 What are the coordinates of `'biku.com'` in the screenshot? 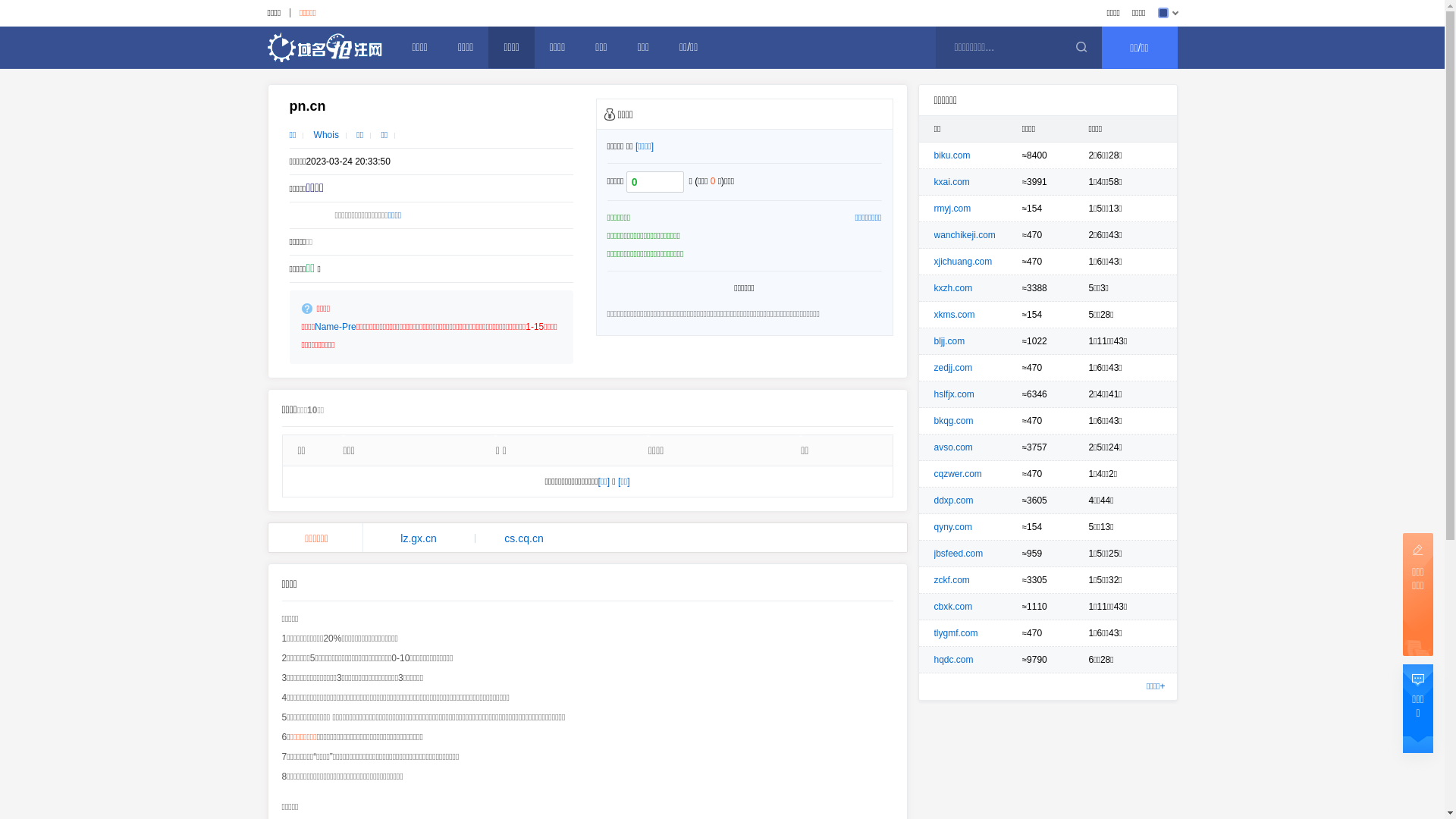 It's located at (952, 155).